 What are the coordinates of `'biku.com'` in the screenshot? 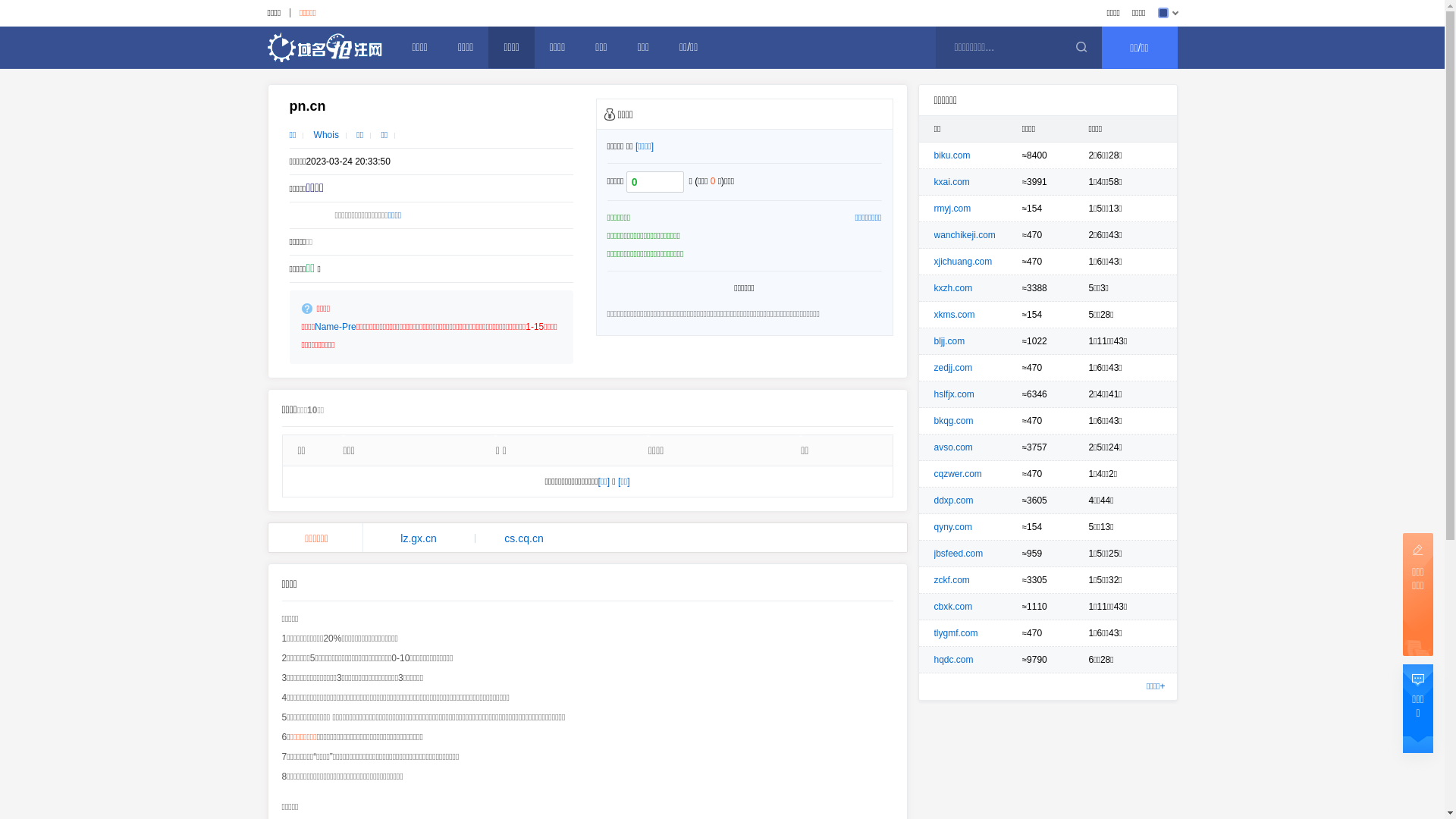 It's located at (952, 155).